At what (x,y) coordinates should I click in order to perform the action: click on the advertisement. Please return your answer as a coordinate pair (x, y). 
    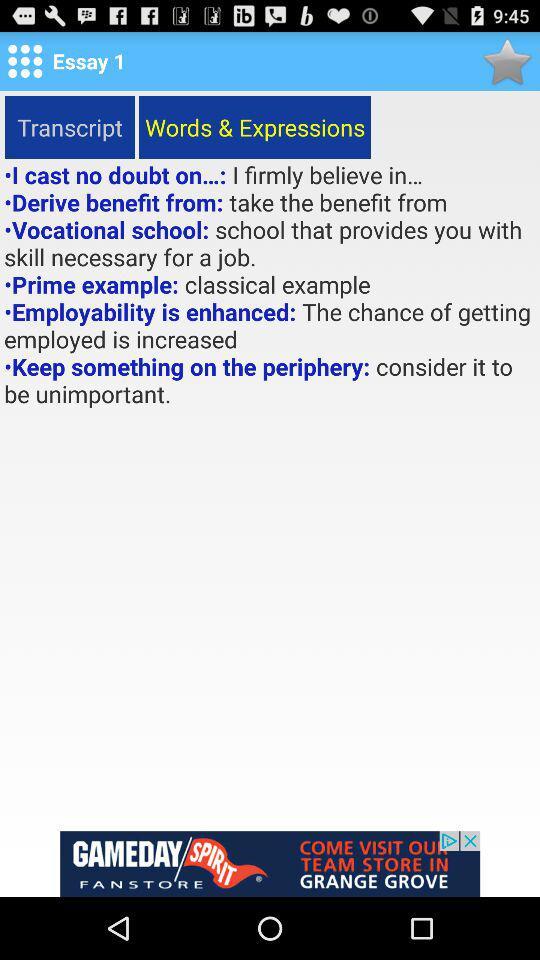
    Looking at the image, I should click on (270, 863).